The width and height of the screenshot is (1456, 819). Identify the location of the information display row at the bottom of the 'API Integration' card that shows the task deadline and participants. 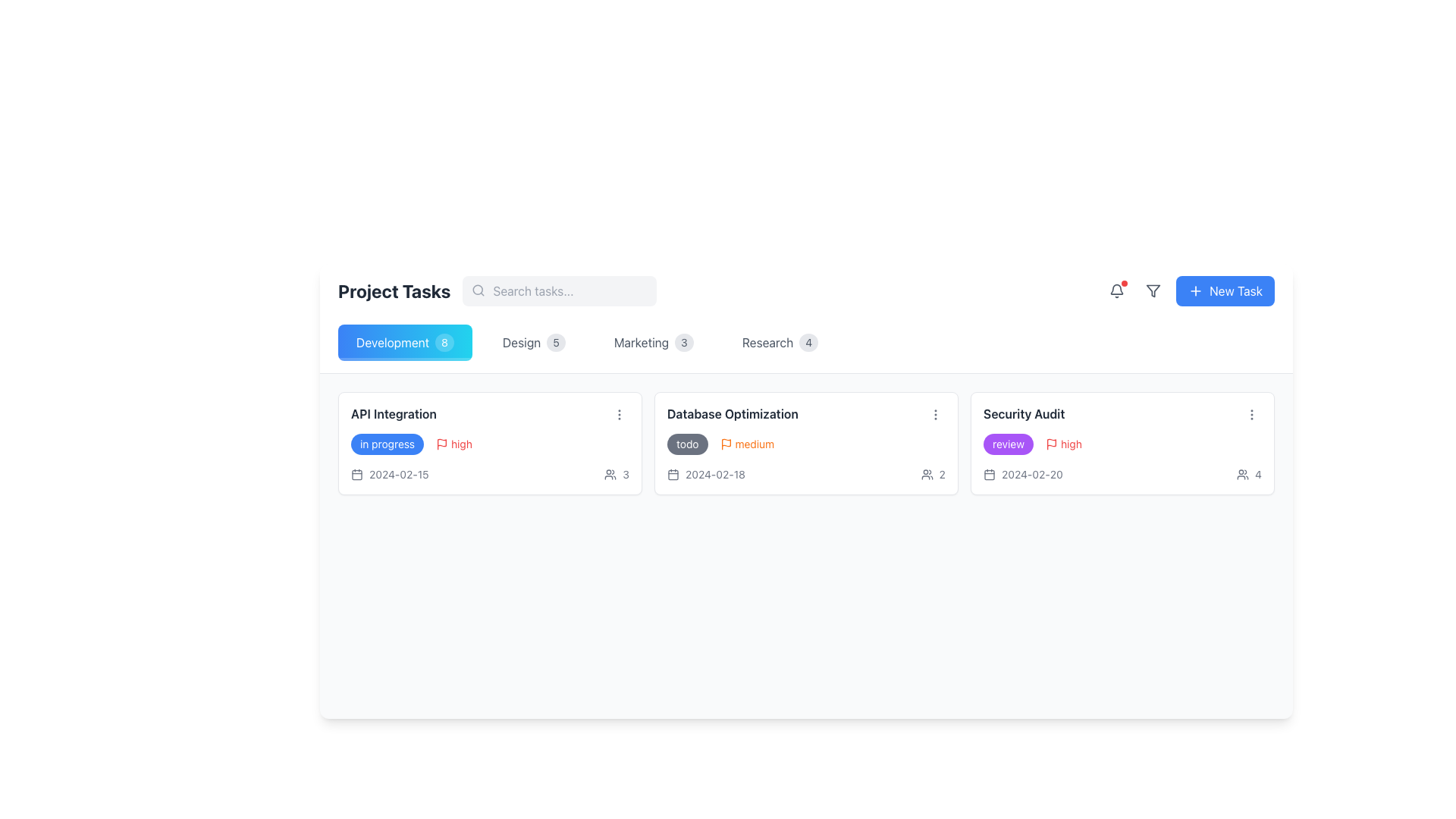
(490, 473).